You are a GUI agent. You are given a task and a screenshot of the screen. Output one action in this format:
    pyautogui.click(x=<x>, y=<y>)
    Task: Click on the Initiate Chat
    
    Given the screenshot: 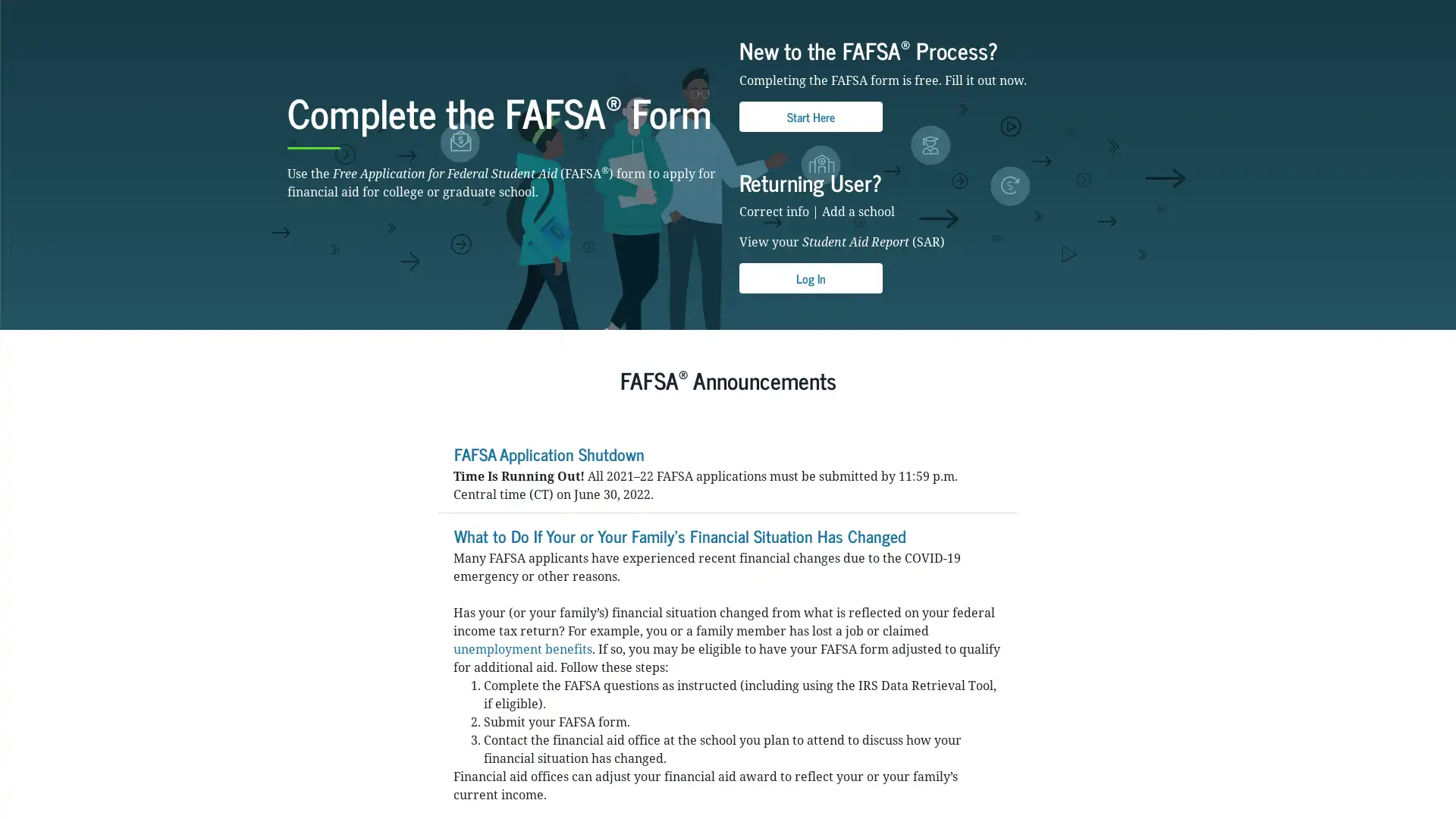 What is the action you would take?
    pyautogui.click(x=1405, y=769)
    